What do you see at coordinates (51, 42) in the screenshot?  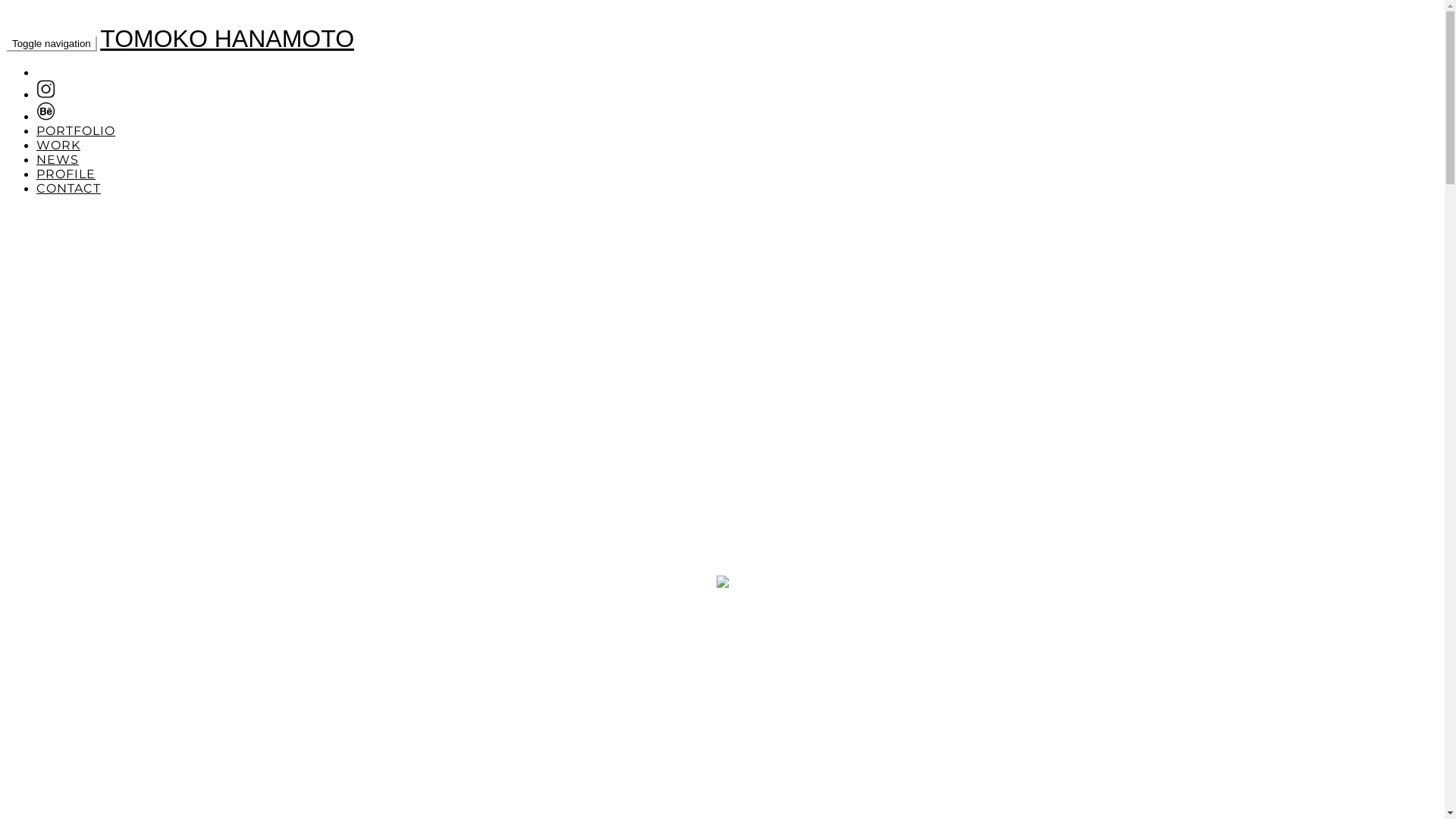 I see `'Toggle navigation'` at bounding box center [51, 42].